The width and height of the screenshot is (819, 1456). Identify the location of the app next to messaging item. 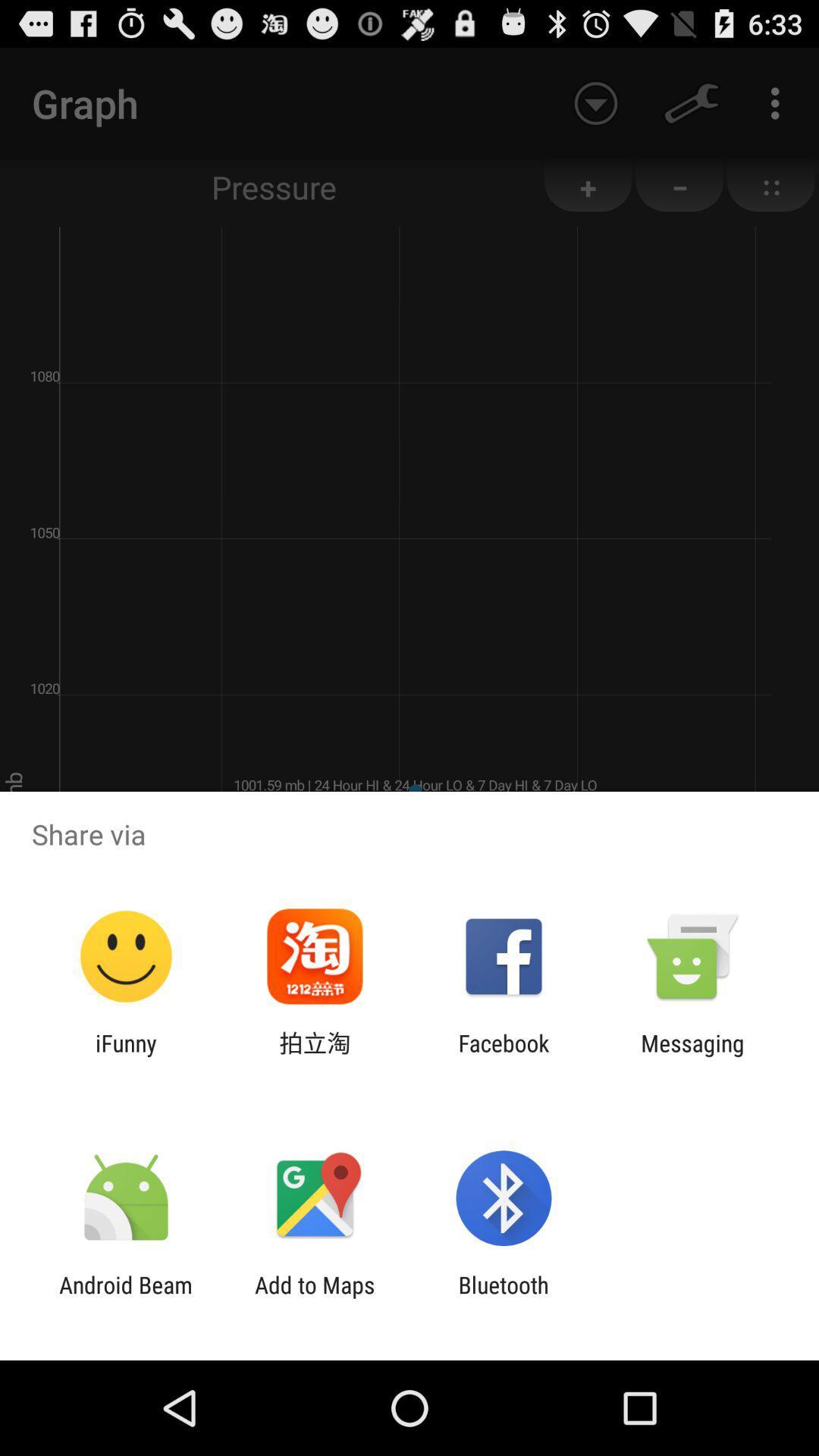
(504, 1056).